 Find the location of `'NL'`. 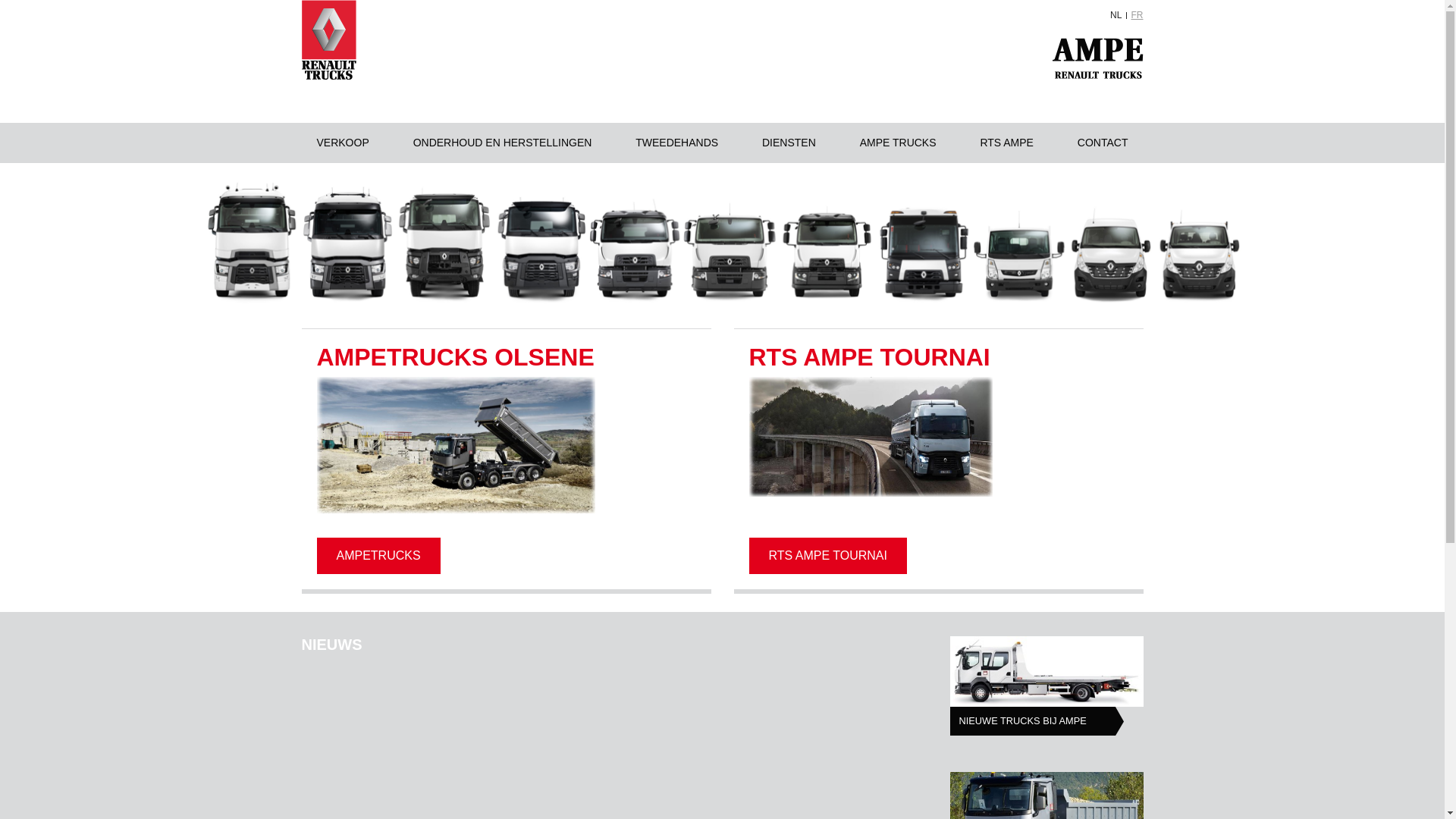

'NL' is located at coordinates (1110, 14).